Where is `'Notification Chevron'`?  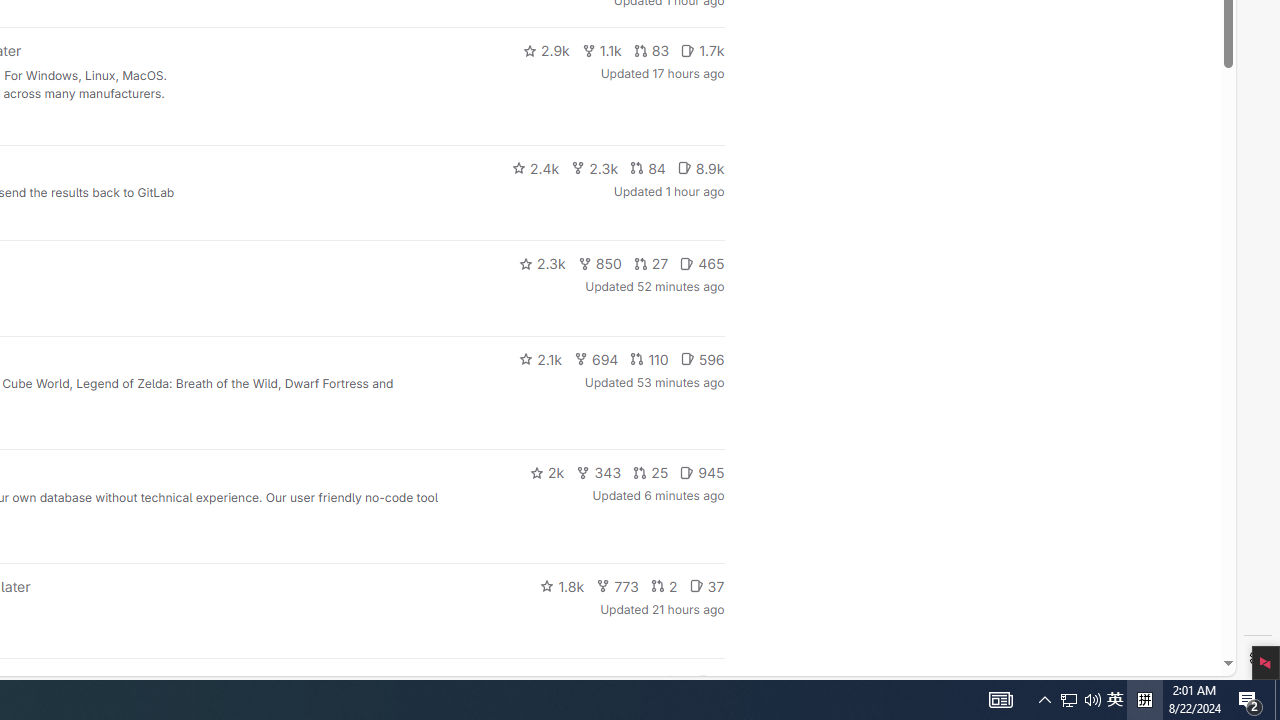 'Notification Chevron' is located at coordinates (1044, 698).